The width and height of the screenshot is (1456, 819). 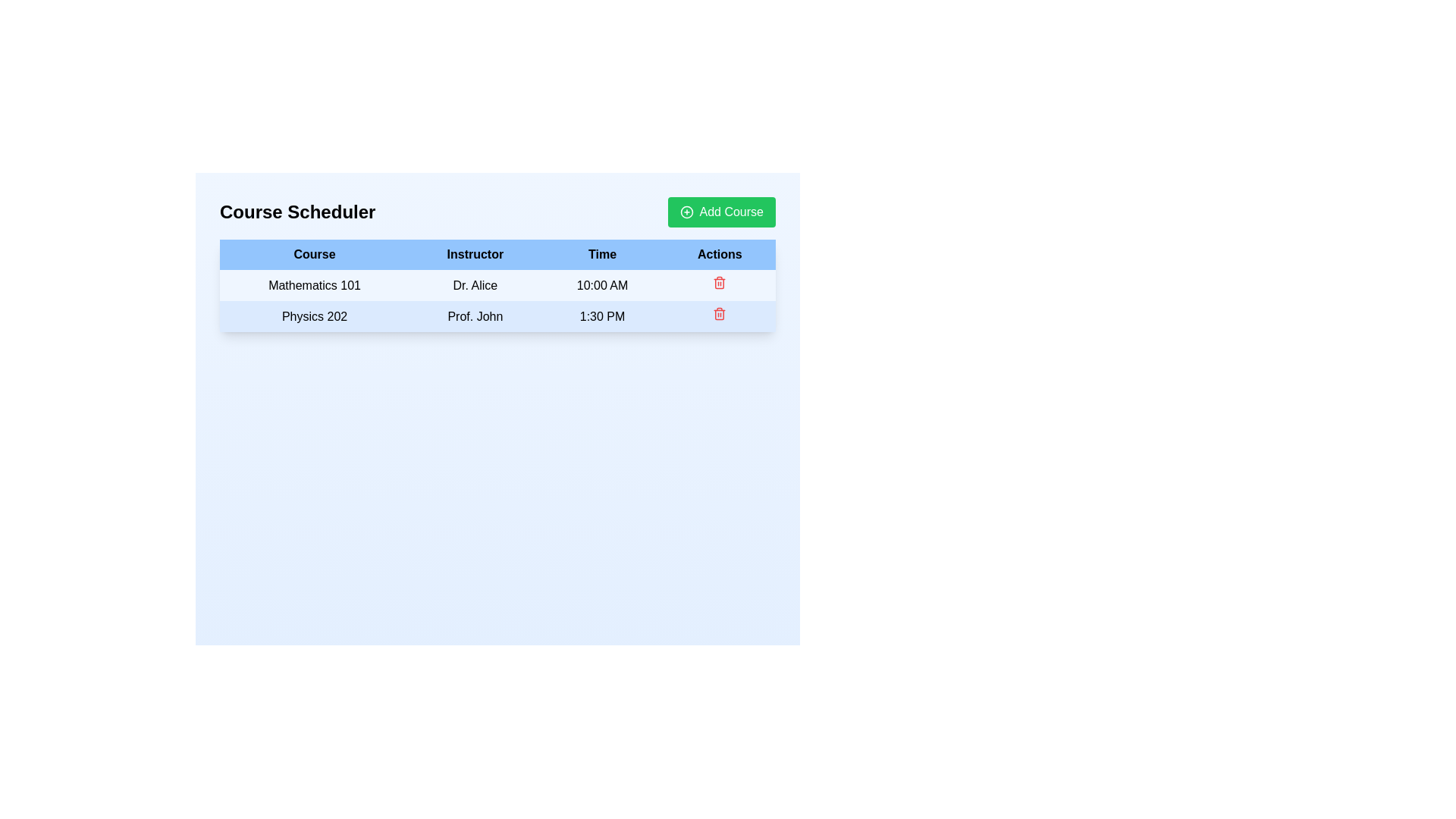 What do you see at coordinates (719, 253) in the screenshot?
I see `the blue text label displaying 'Actions' located at the top-right corner of the table` at bounding box center [719, 253].